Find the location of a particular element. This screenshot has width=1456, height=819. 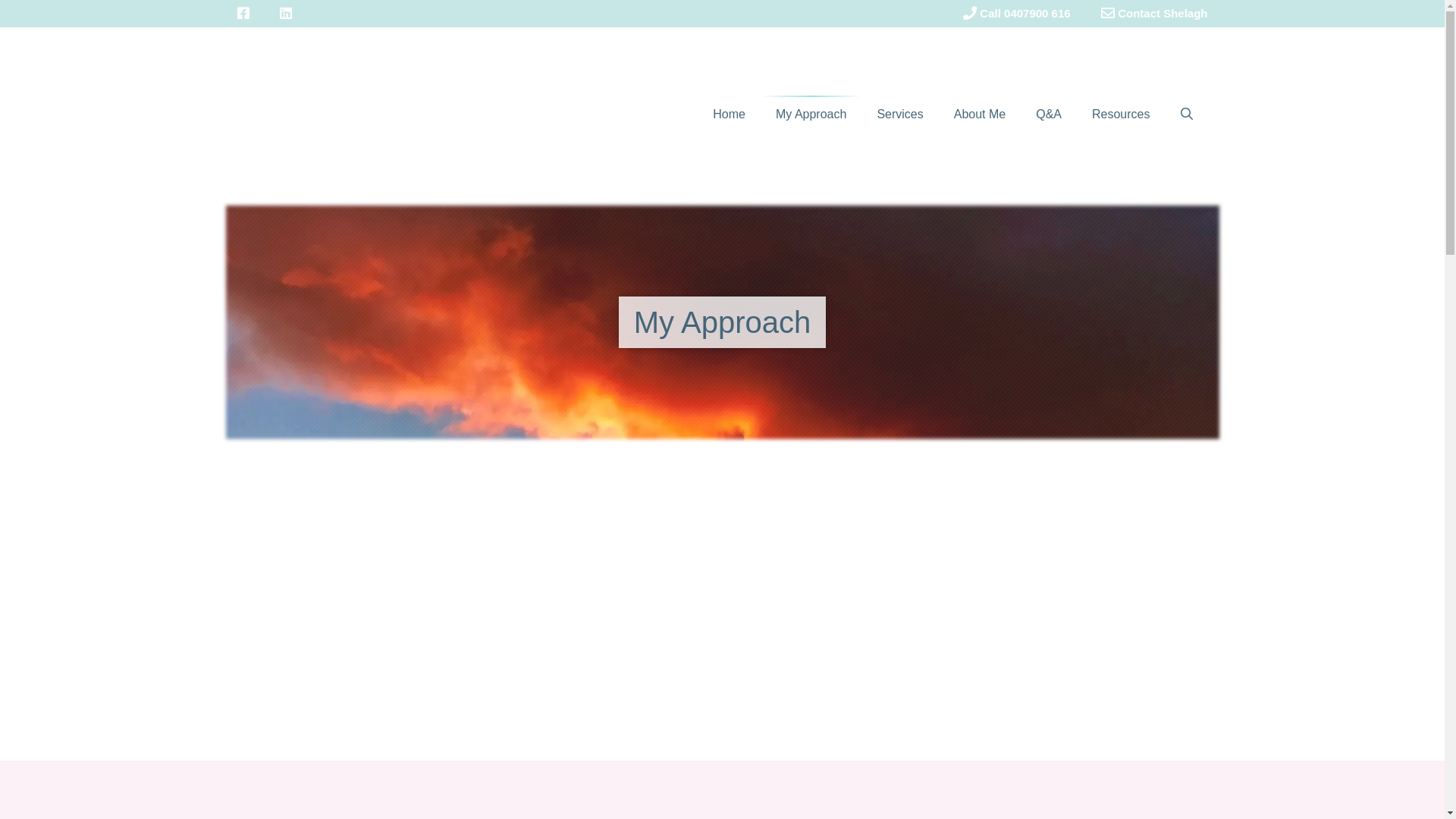

'My Approach' is located at coordinates (810, 113).